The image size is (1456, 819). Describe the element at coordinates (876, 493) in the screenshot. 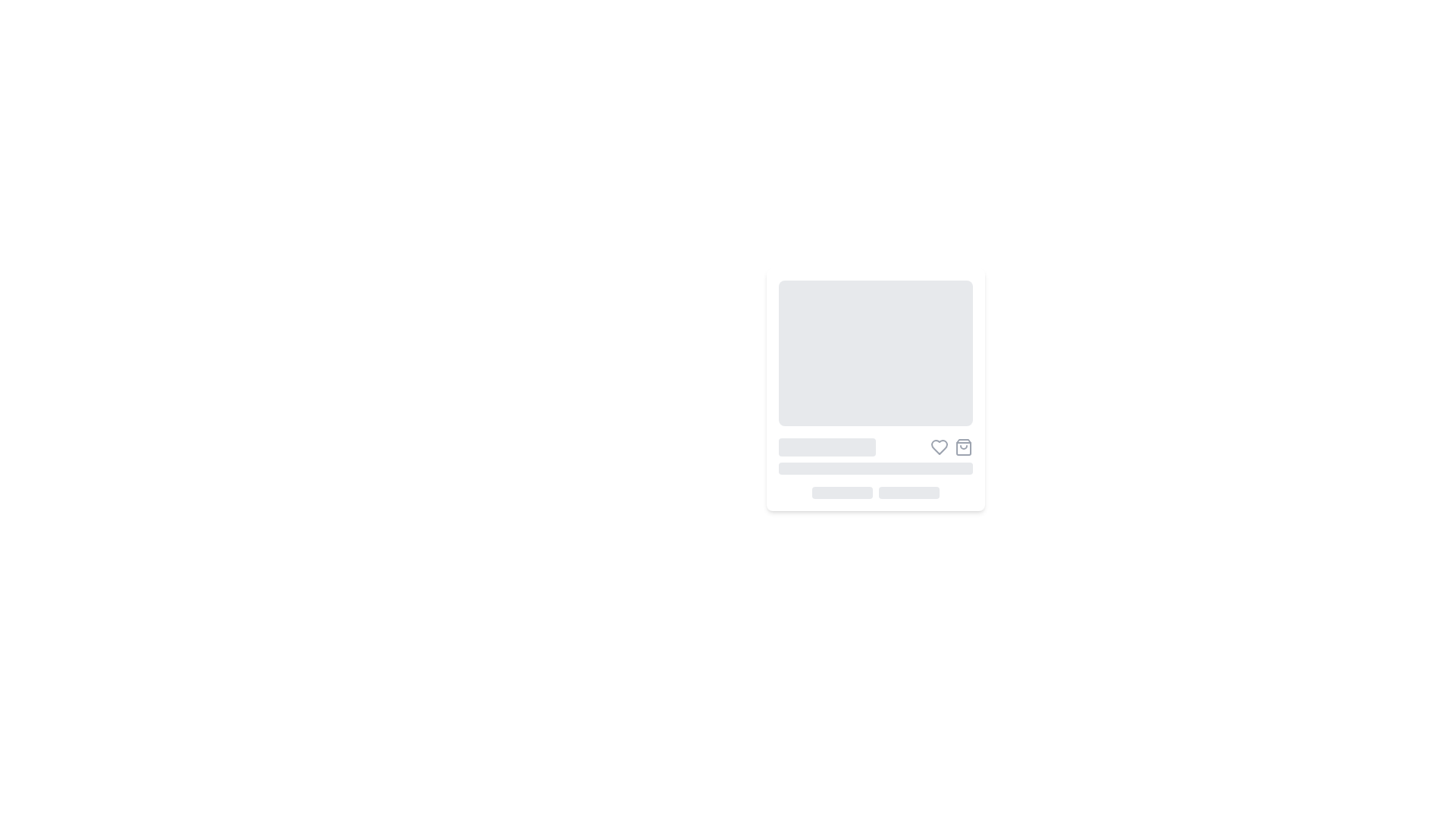

I see `the two horizontally aligned rectangular placeholder blocks with rounded corners at the bottom center of the card layout to observe the pulsing animation effect` at that location.